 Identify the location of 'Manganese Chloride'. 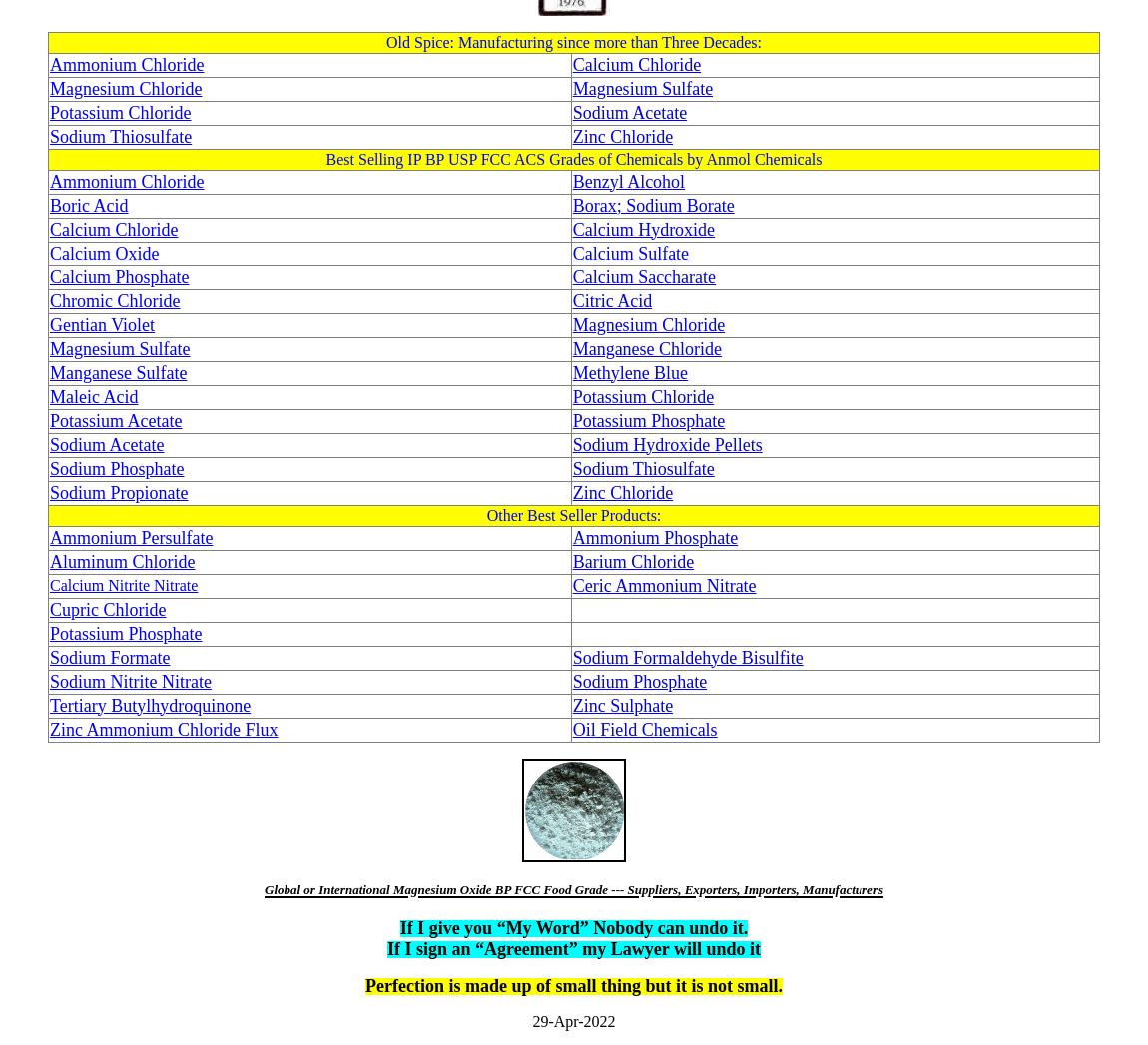
(646, 347).